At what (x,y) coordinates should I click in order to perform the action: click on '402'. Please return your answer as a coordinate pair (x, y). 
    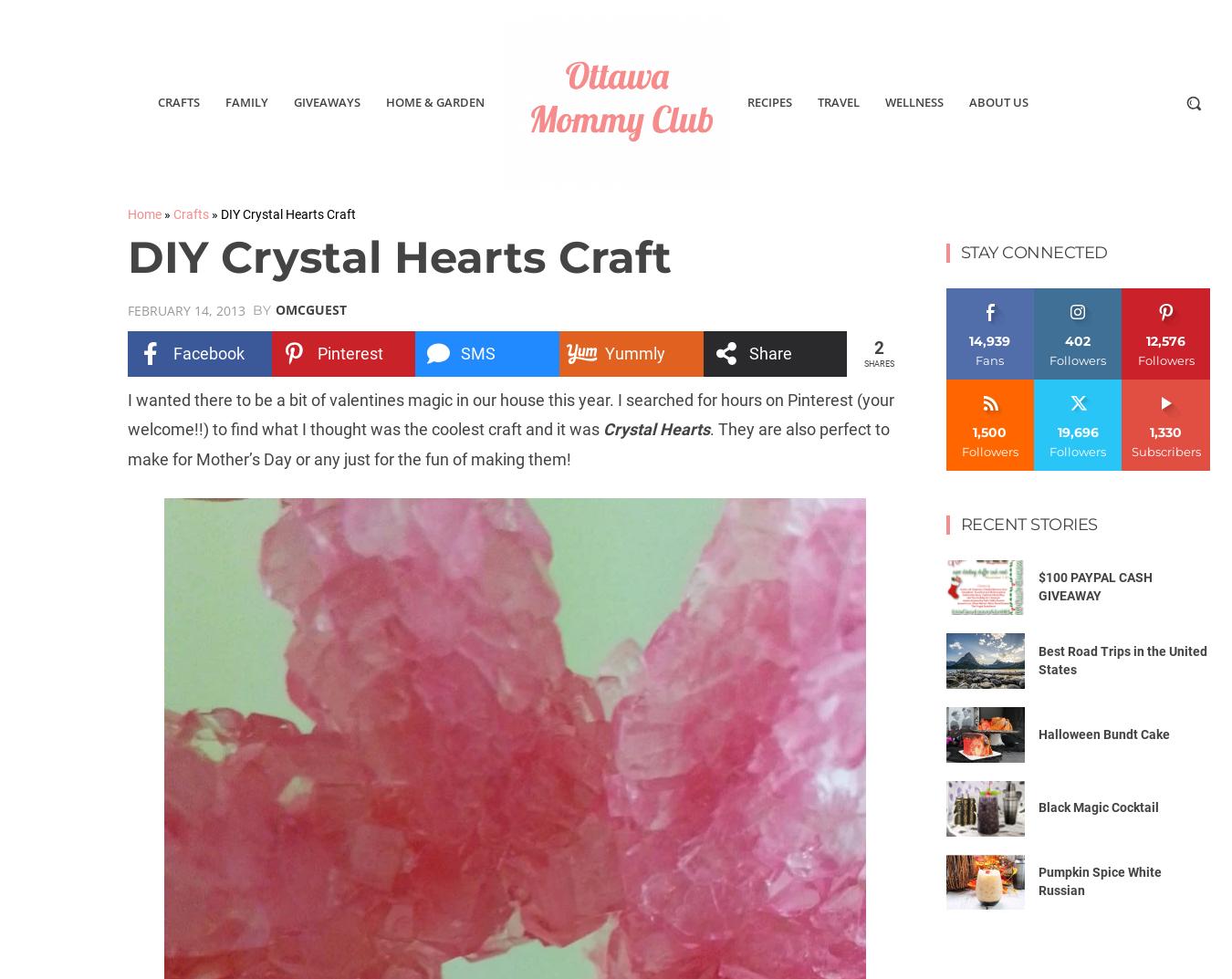
    Looking at the image, I should click on (1076, 338).